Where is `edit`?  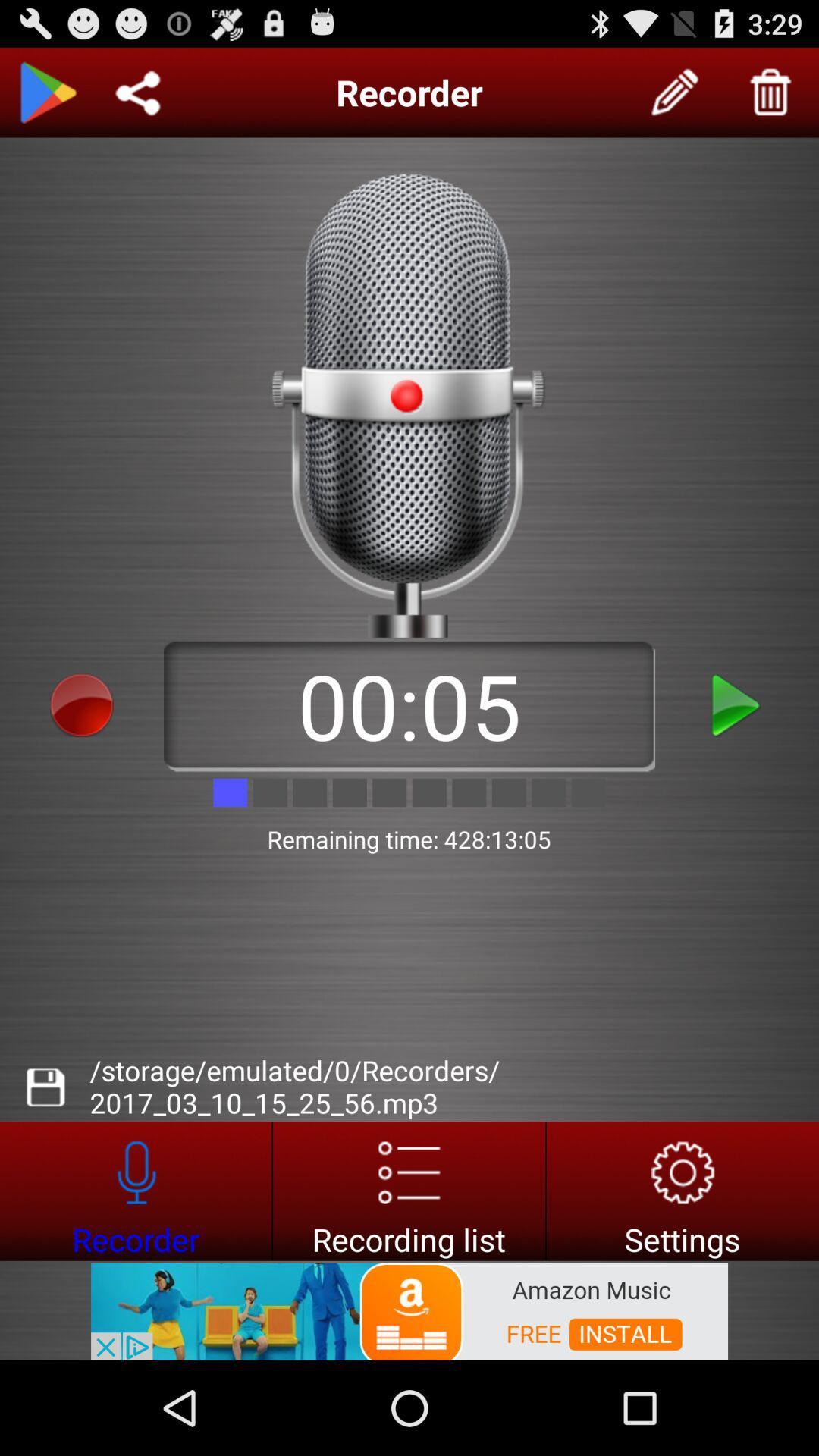 edit is located at coordinates (675, 92).